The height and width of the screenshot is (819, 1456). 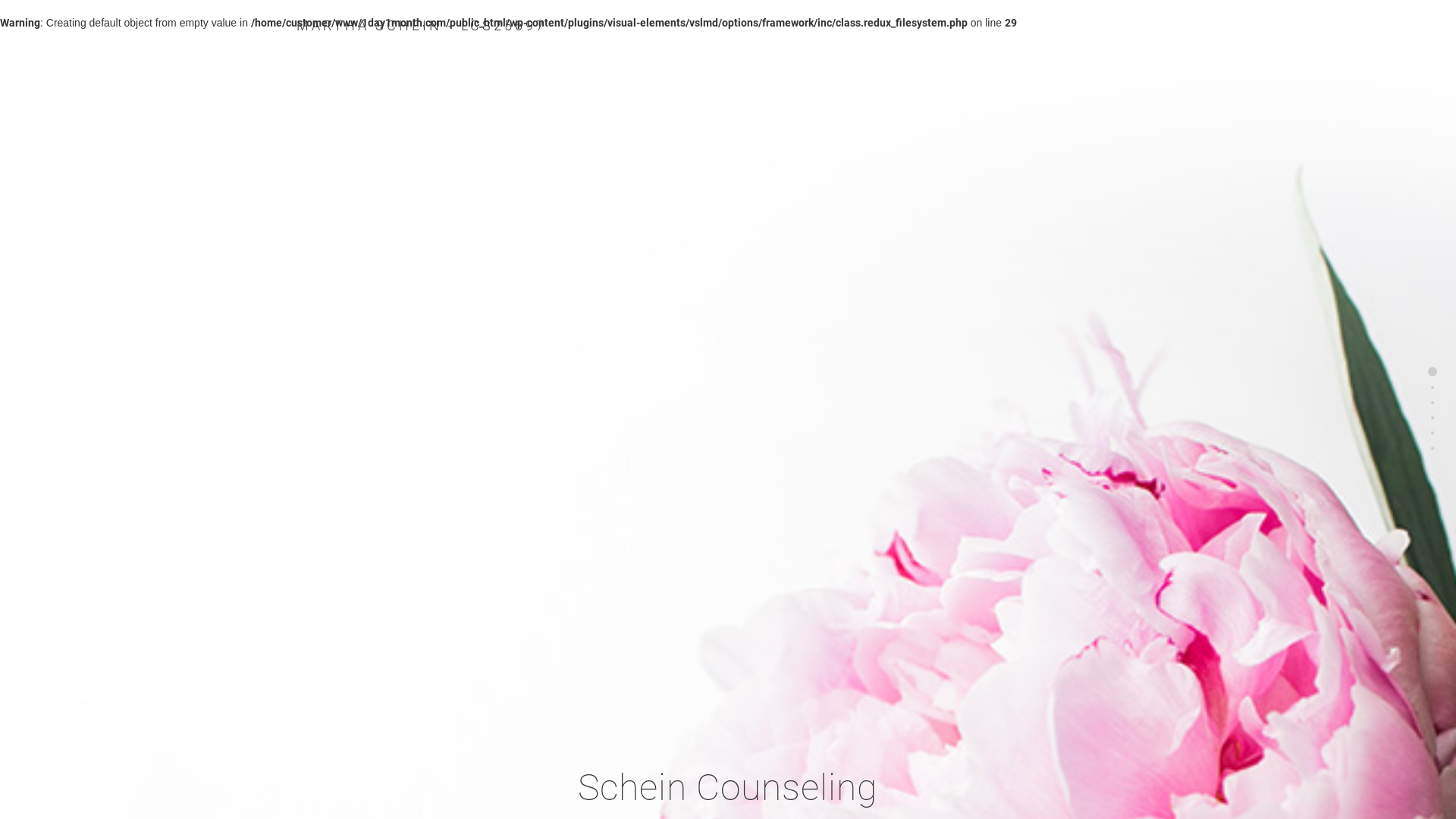 I want to click on 'MARTHA SCHEIN - LCS25697', so click(x=422, y=25).